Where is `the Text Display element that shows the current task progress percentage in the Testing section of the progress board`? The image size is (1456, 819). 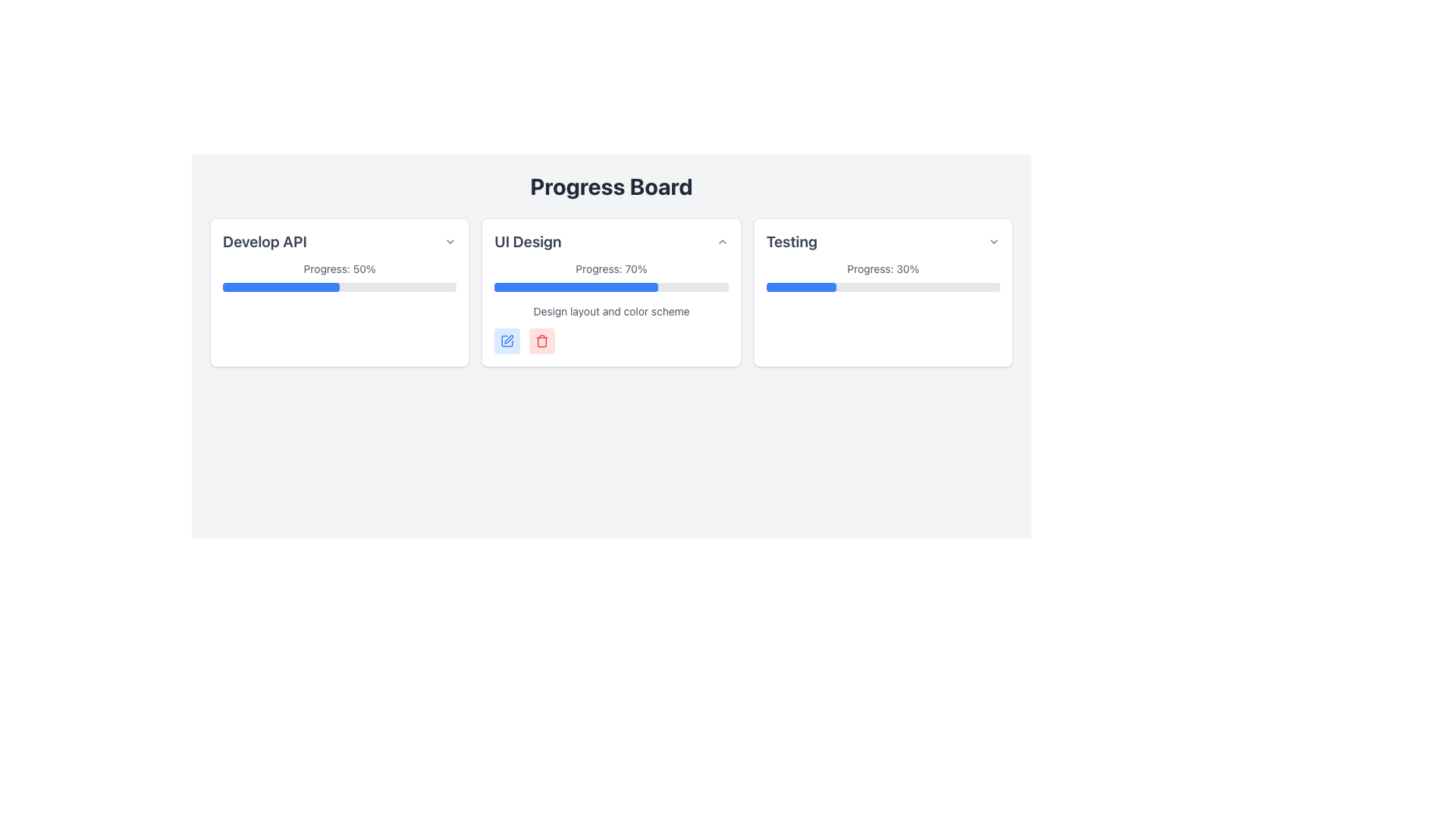 the Text Display element that shows the current task progress percentage in the Testing section of the progress board is located at coordinates (883, 268).